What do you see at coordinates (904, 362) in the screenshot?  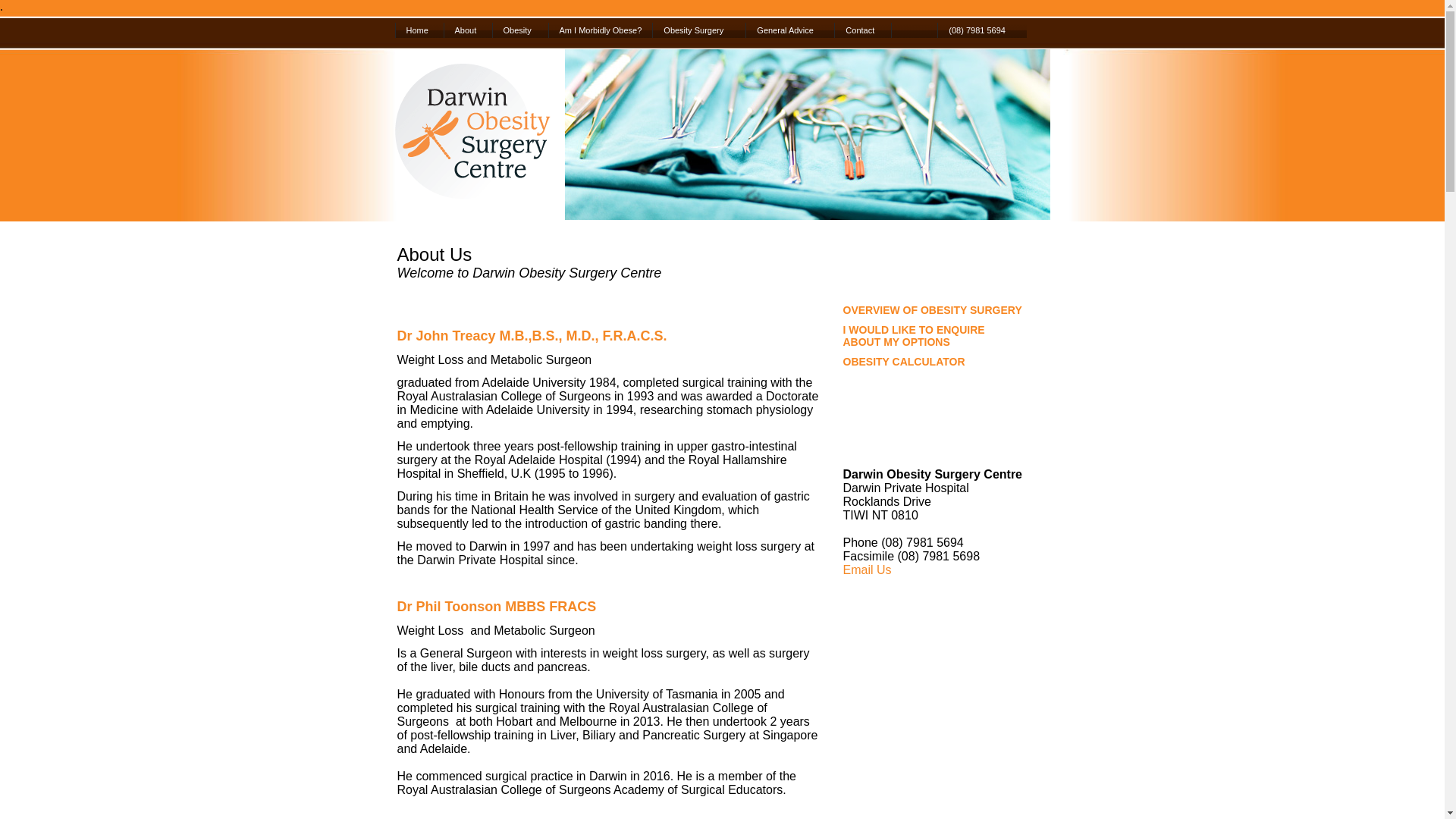 I see `'OBESITY CALCULATOR'` at bounding box center [904, 362].